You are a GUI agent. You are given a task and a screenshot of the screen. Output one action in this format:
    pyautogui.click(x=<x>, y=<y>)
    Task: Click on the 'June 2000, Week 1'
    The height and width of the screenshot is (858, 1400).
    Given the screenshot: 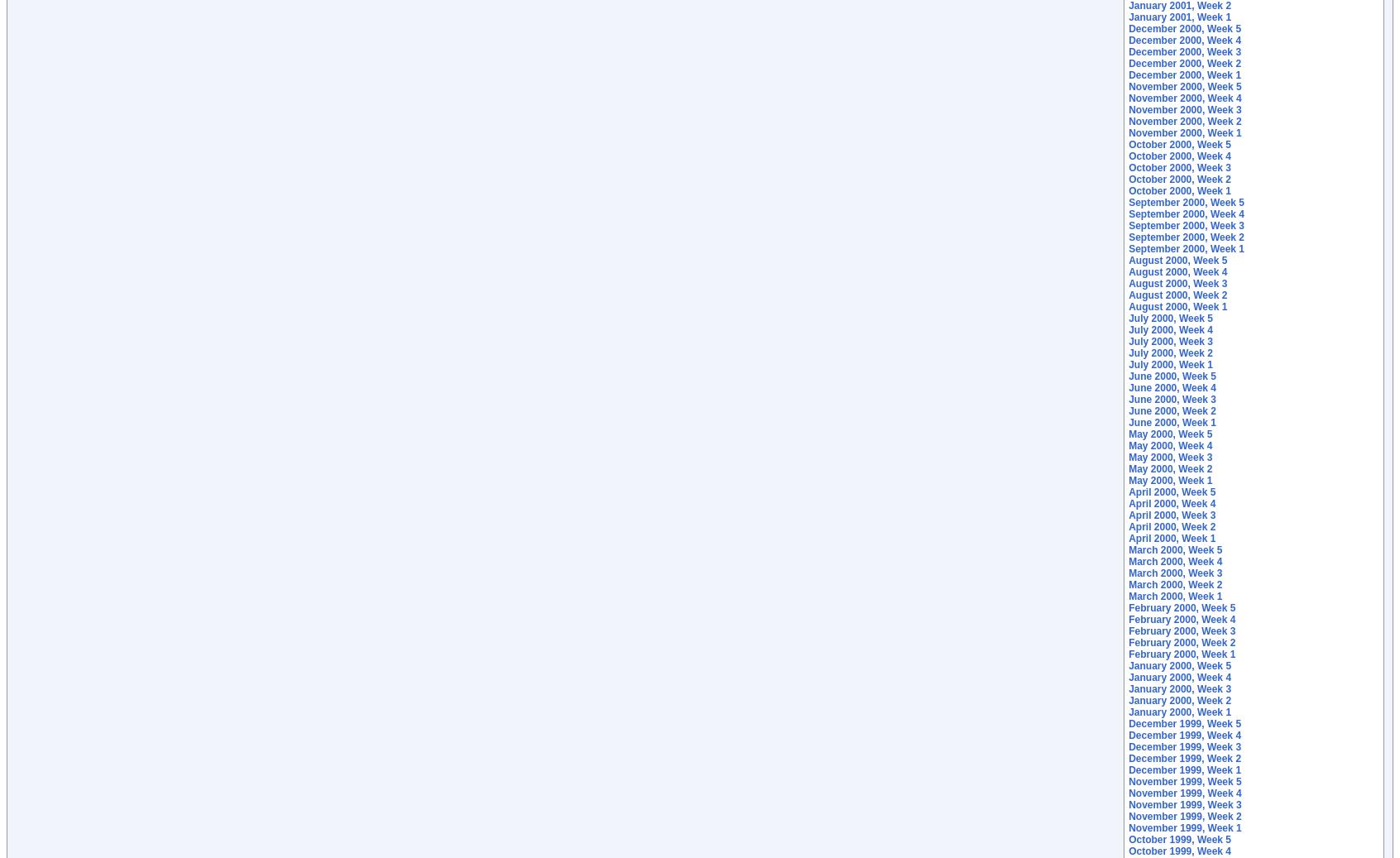 What is the action you would take?
    pyautogui.click(x=1128, y=422)
    